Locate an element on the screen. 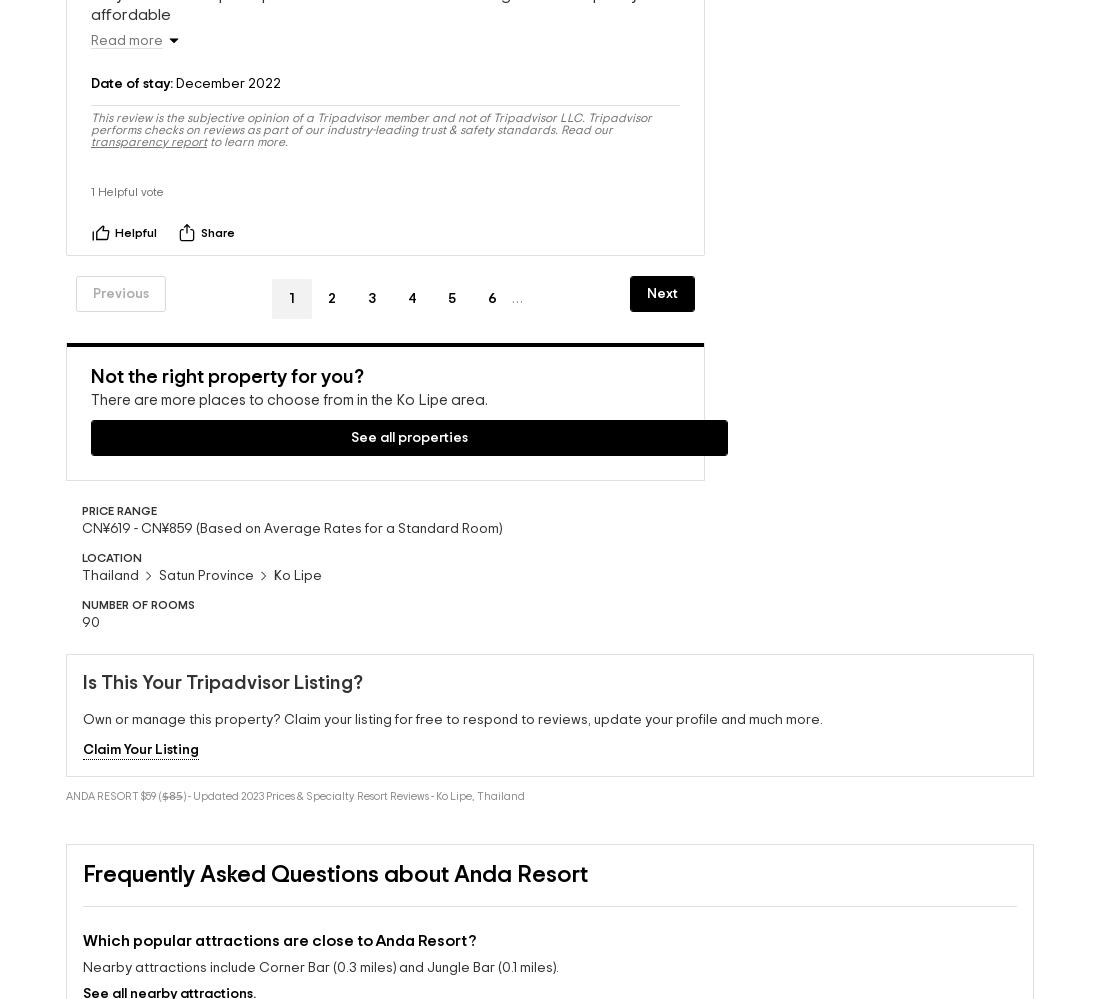  'Not the right property for you?' is located at coordinates (227, 343).